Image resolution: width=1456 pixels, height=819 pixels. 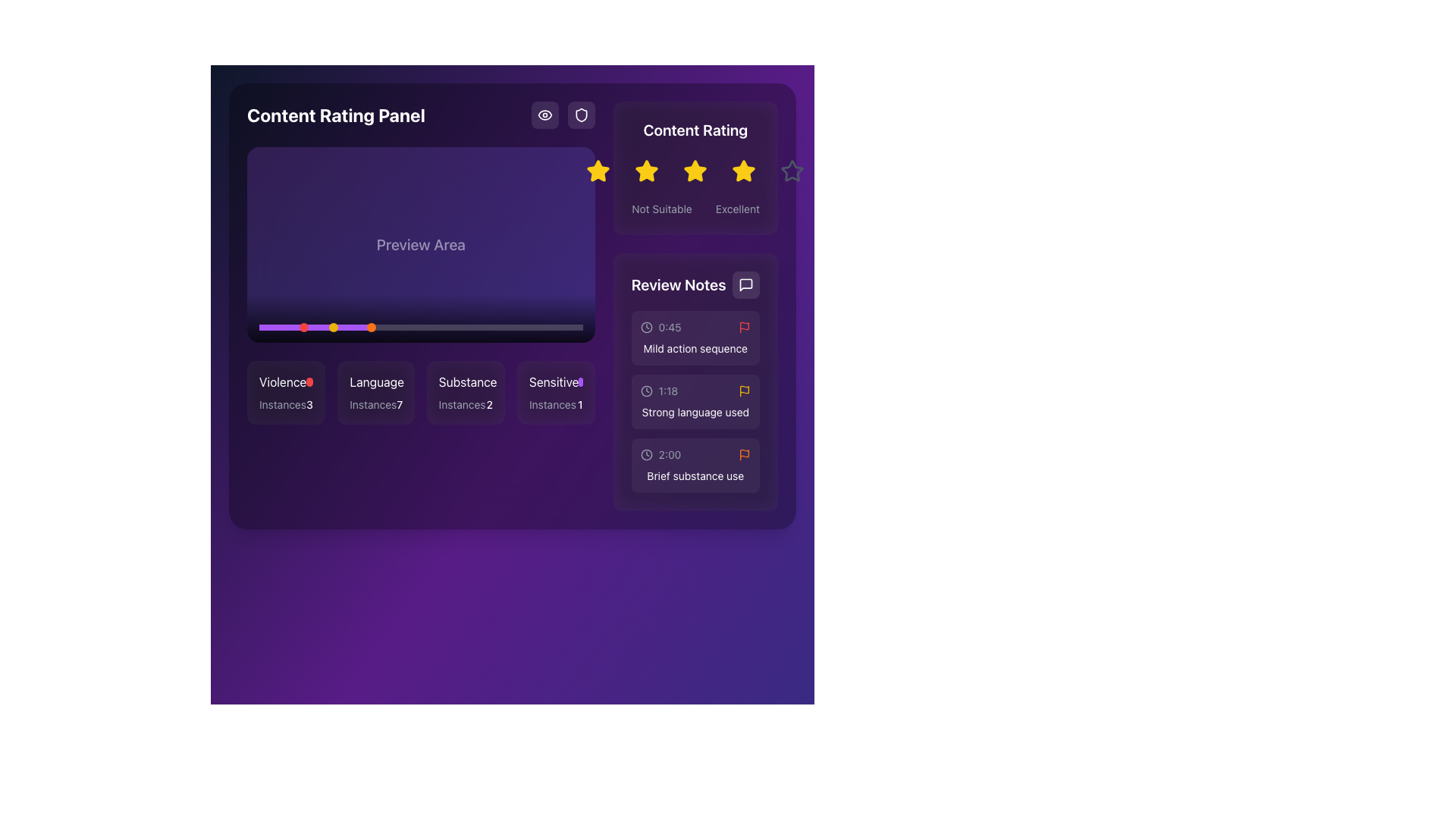 What do you see at coordinates (669, 327) in the screenshot?
I see `timestamp information displayed in the small text label showing '0:45' in gray font, located in the 'Review Notes' section to the left of the note entry labeled 'Mild action sequence'` at bounding box center [669, 327].